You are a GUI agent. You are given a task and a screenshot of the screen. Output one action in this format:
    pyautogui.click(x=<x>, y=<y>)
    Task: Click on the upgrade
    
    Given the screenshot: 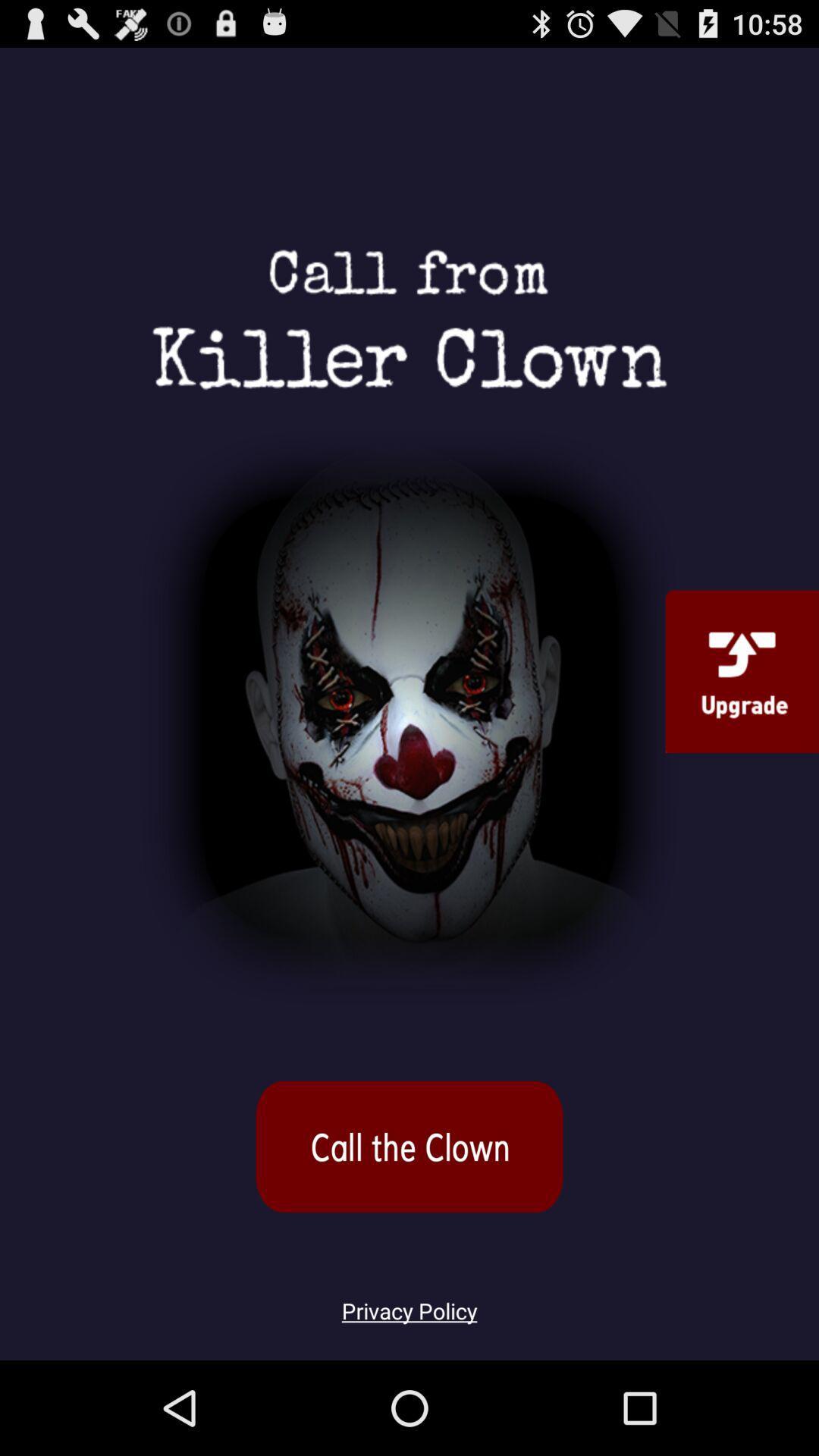 What is the action you would take?
    pyautogui.click(x=741, y=670)
    